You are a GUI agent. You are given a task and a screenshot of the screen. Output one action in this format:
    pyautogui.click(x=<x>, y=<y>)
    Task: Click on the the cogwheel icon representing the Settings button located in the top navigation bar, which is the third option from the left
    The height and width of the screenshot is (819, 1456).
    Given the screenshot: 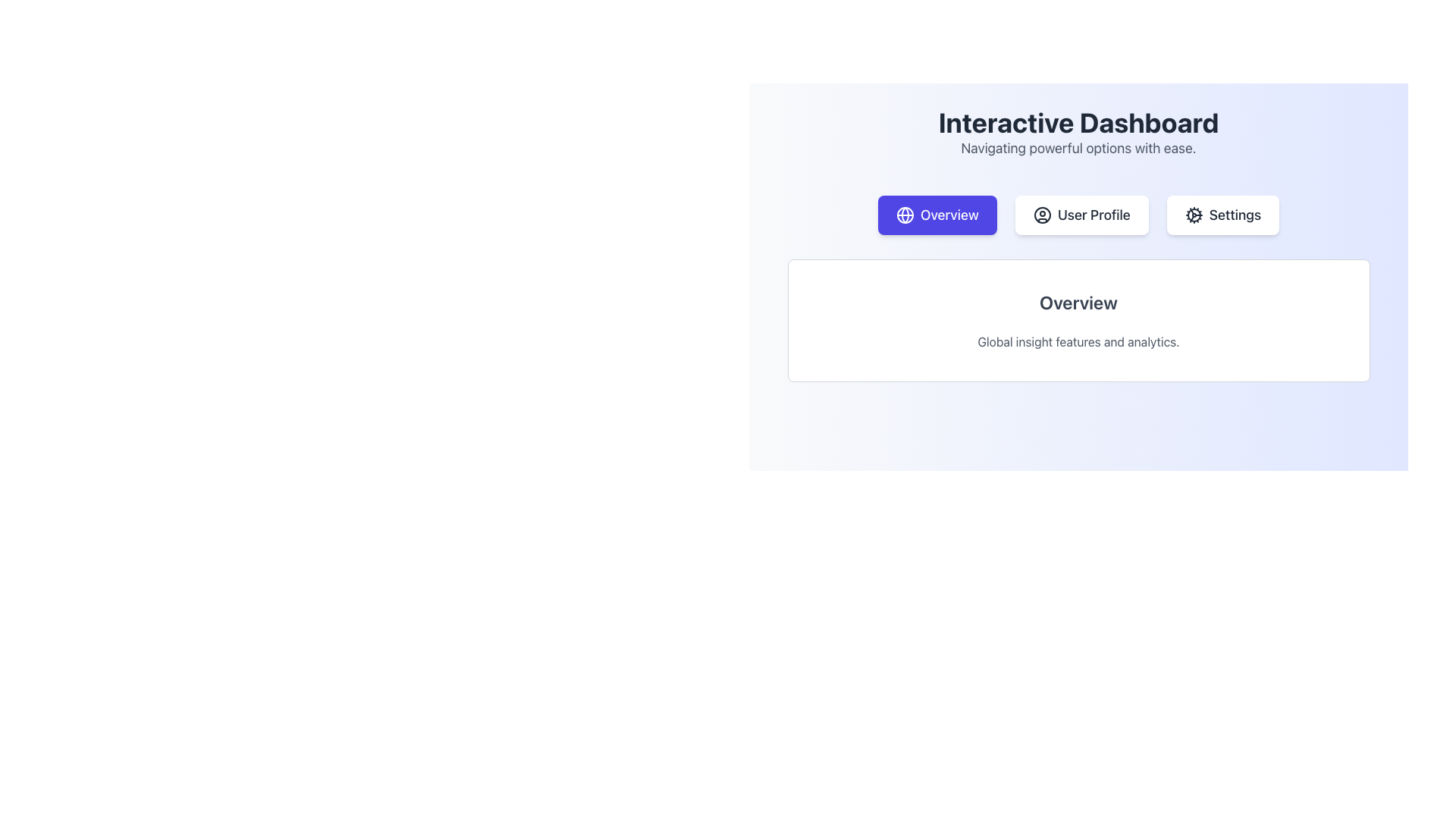 What is the action you would take?
    pyautogui.click(x=1193, y=215)
    